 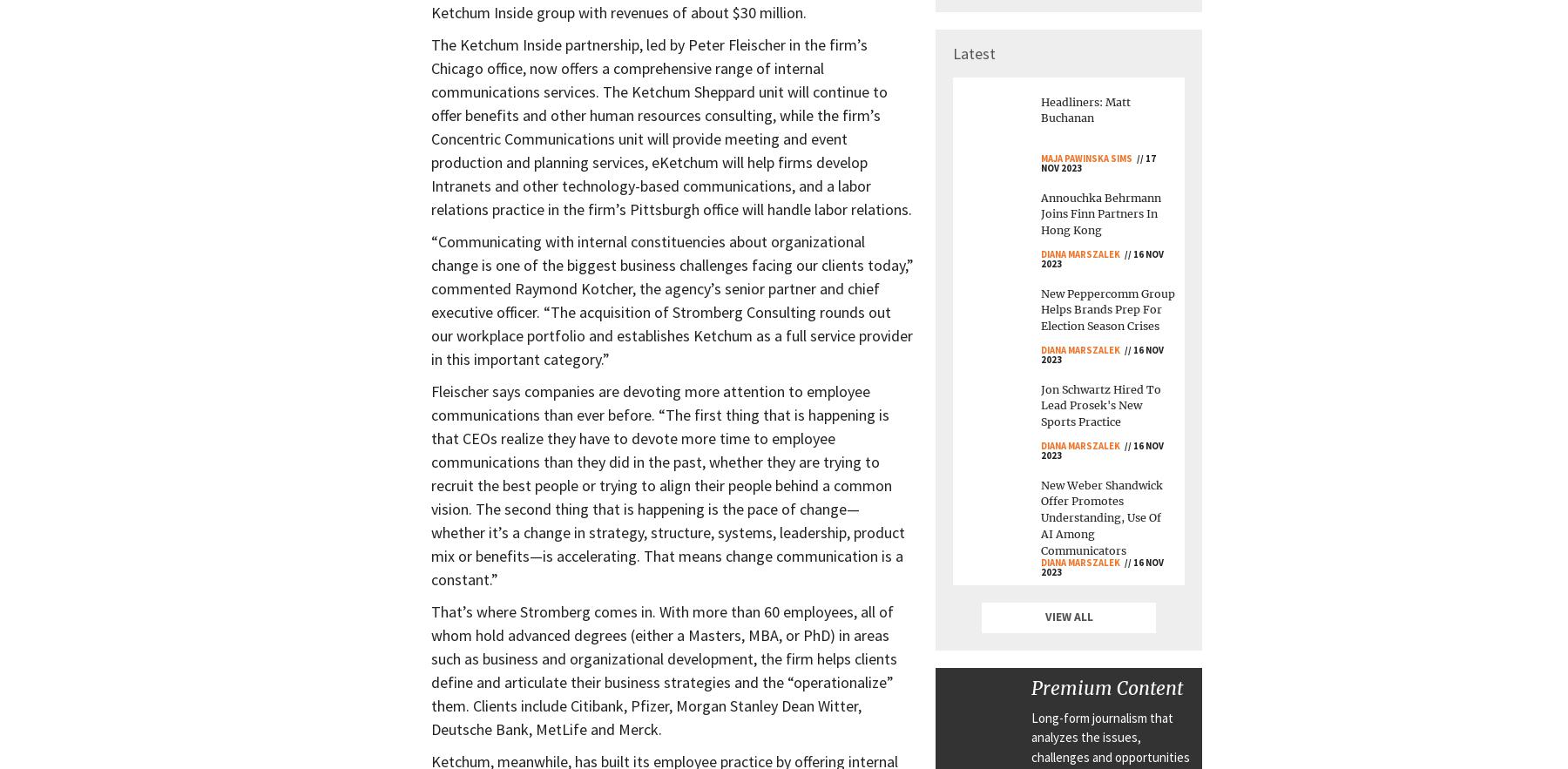 What do you see at coordinates (666, 485) in the screenshot?
I see `'Fleischer says companies are devoting more attention to employee communications than ever before. “The first thing that is happening is that CEOs realize they have to devote more time to employee communications than they did in the past, whether they are trying to recruit the best people or trying to align their people behind a common vision. The second thing that is happening is the pace of change— whether it’s a change in strategy, structure, systems, leadership, product mix or benefits—is accelerating. That means change communication is a constant.”'` at bounding box center [666, 485].